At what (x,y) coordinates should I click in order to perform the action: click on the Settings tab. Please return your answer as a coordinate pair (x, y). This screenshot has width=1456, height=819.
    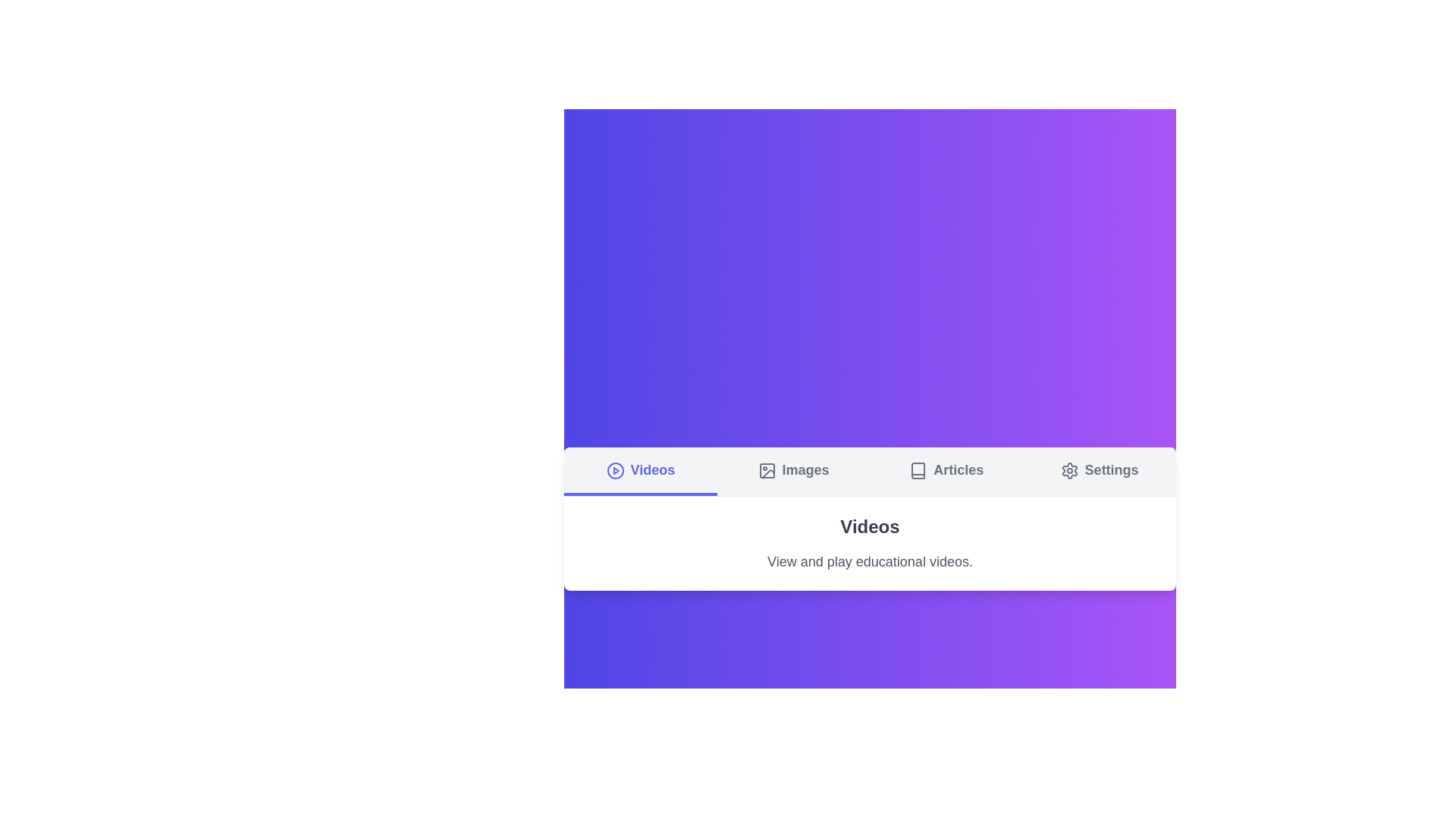
    Looking at the image, I should click on (1100, 470).